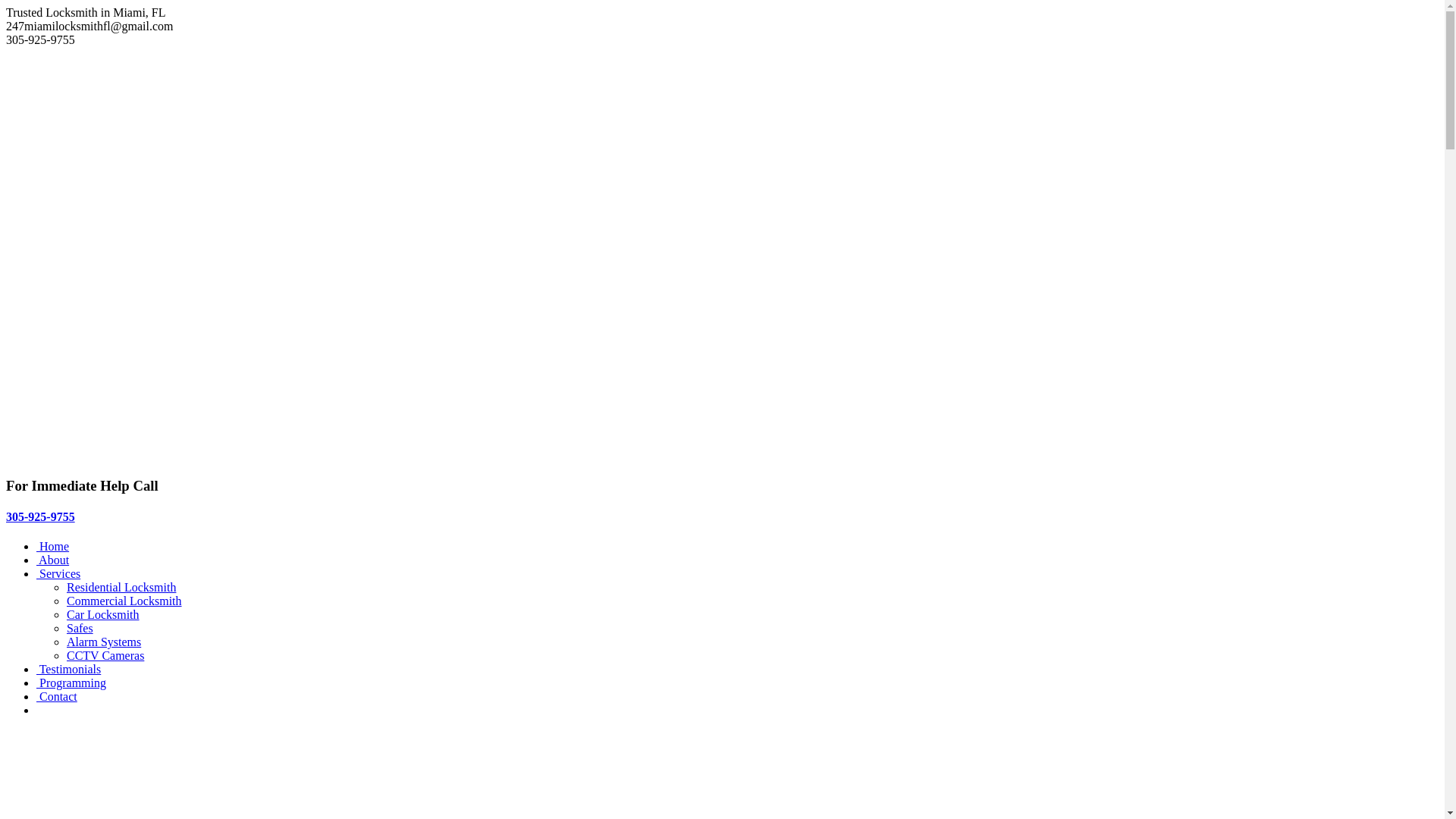  What do you see at coordinates (79, 628) in the screenshot?
I see `'Safes'` at bounding box center [79, 628].